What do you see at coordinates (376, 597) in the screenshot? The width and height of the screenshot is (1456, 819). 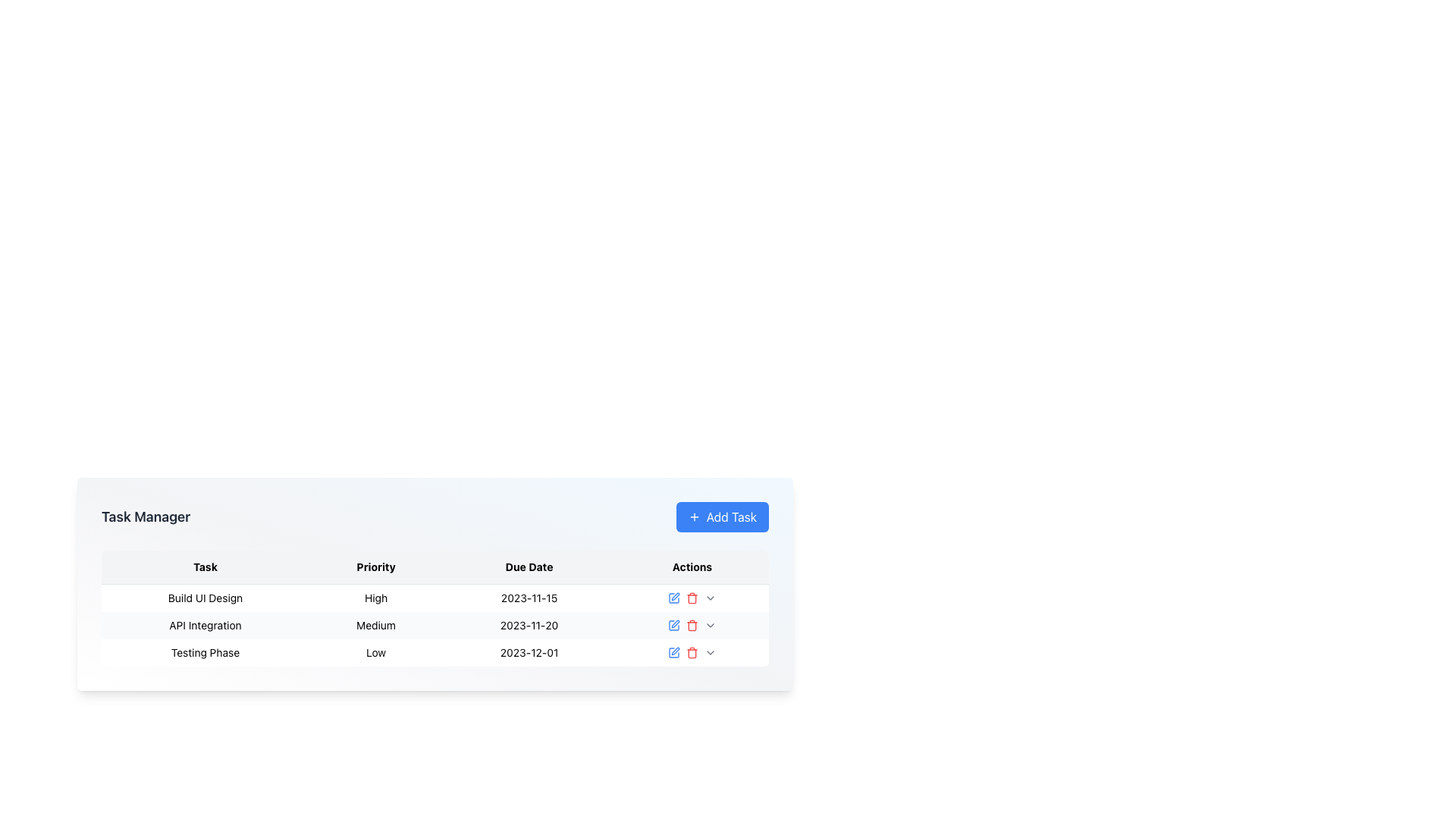 I see `the 'High' priority Text Label in the task manager under the 'Priority' column for the 'Build UI Design' task` at bounding box center [376, 597].